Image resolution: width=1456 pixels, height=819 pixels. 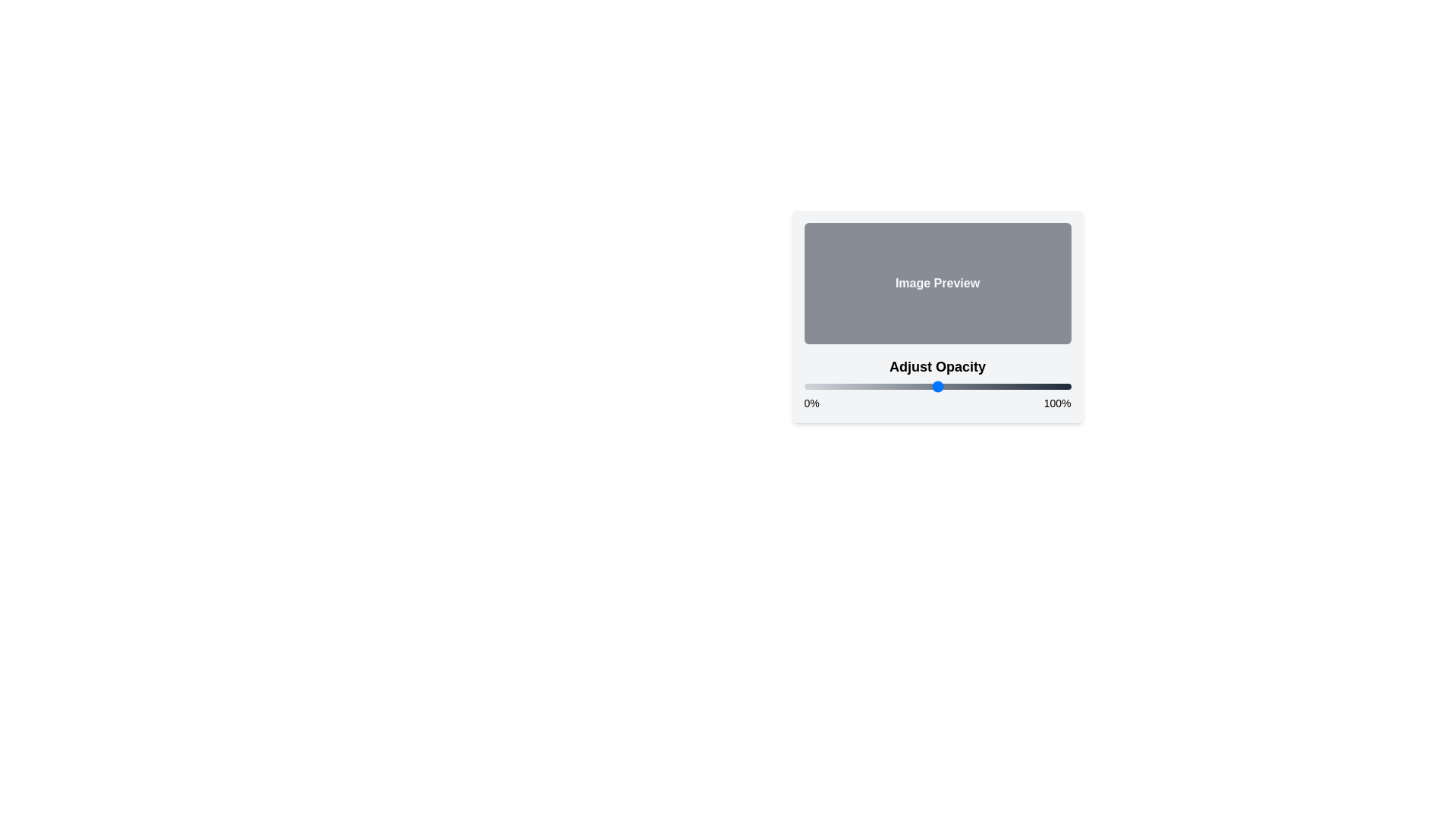 I want to click on the opacity, so click(x=876, y=385).